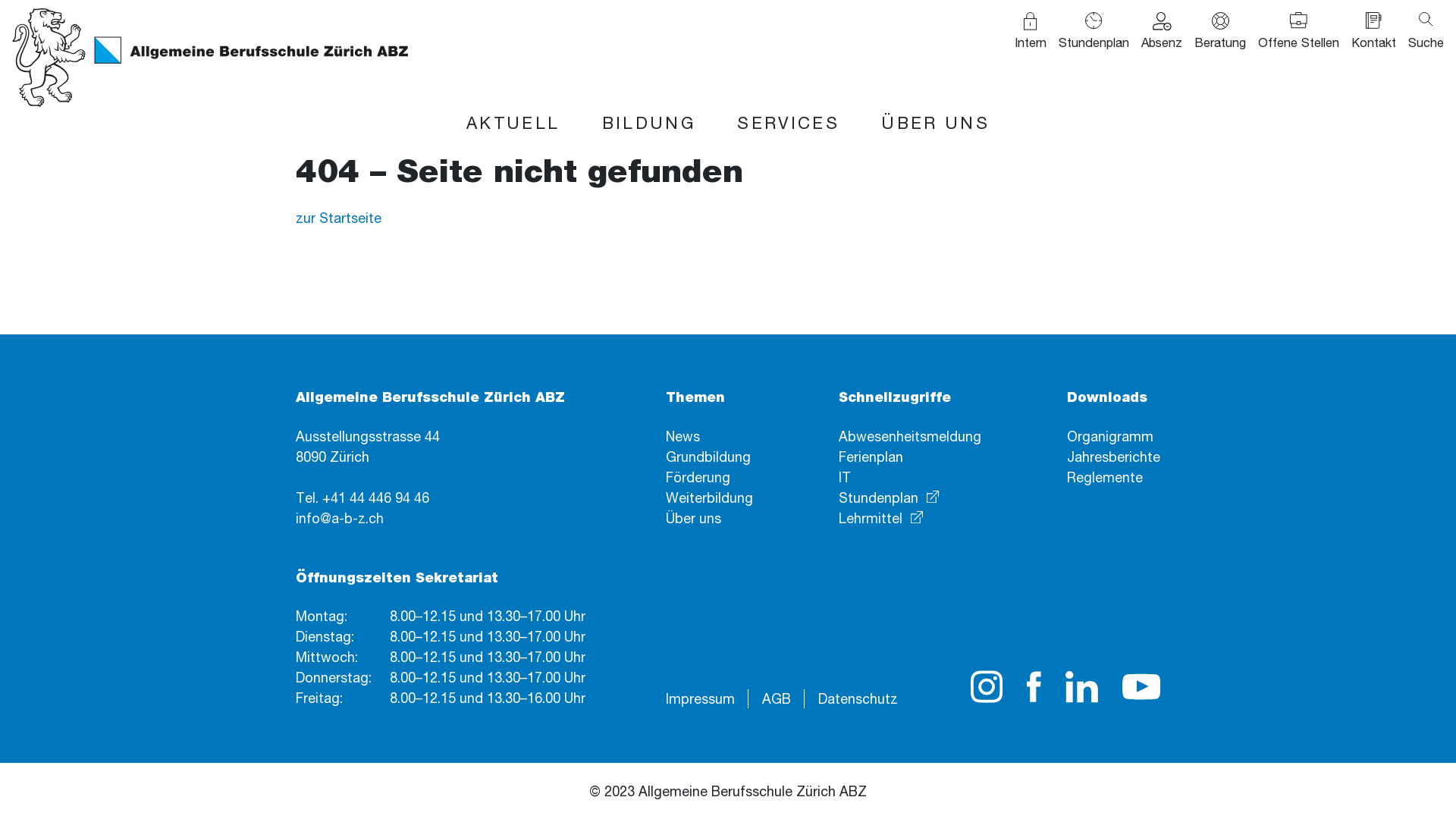 The height and width of the screenshot is (819, 1456). I want to click on 'Grundbildung', so click(708, 455).